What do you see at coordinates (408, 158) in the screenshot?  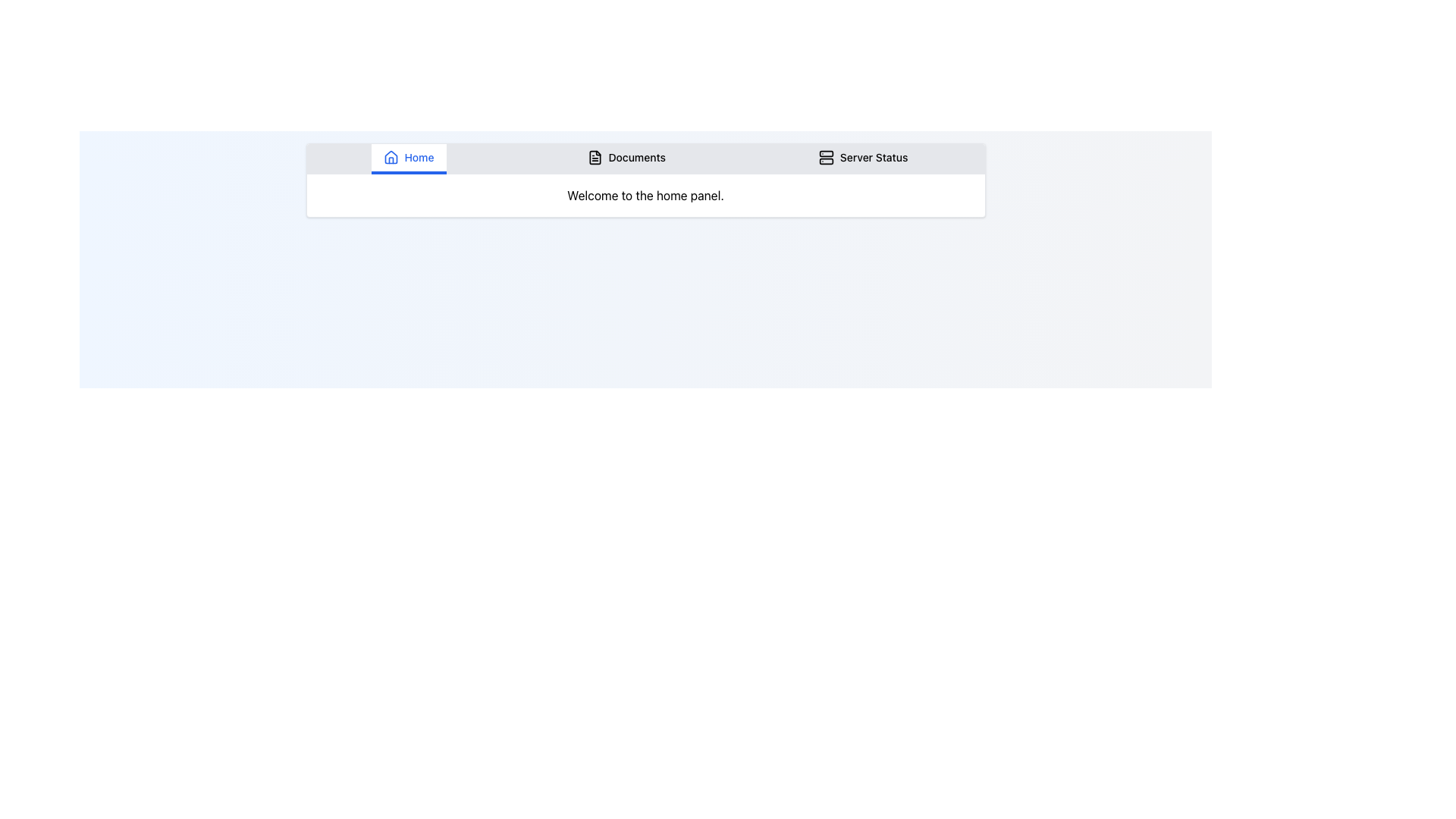 I see `the 'Home' navigation tab, which is the first tab with a white background, blue text, and a house icon` at bounding box center [408, 158].